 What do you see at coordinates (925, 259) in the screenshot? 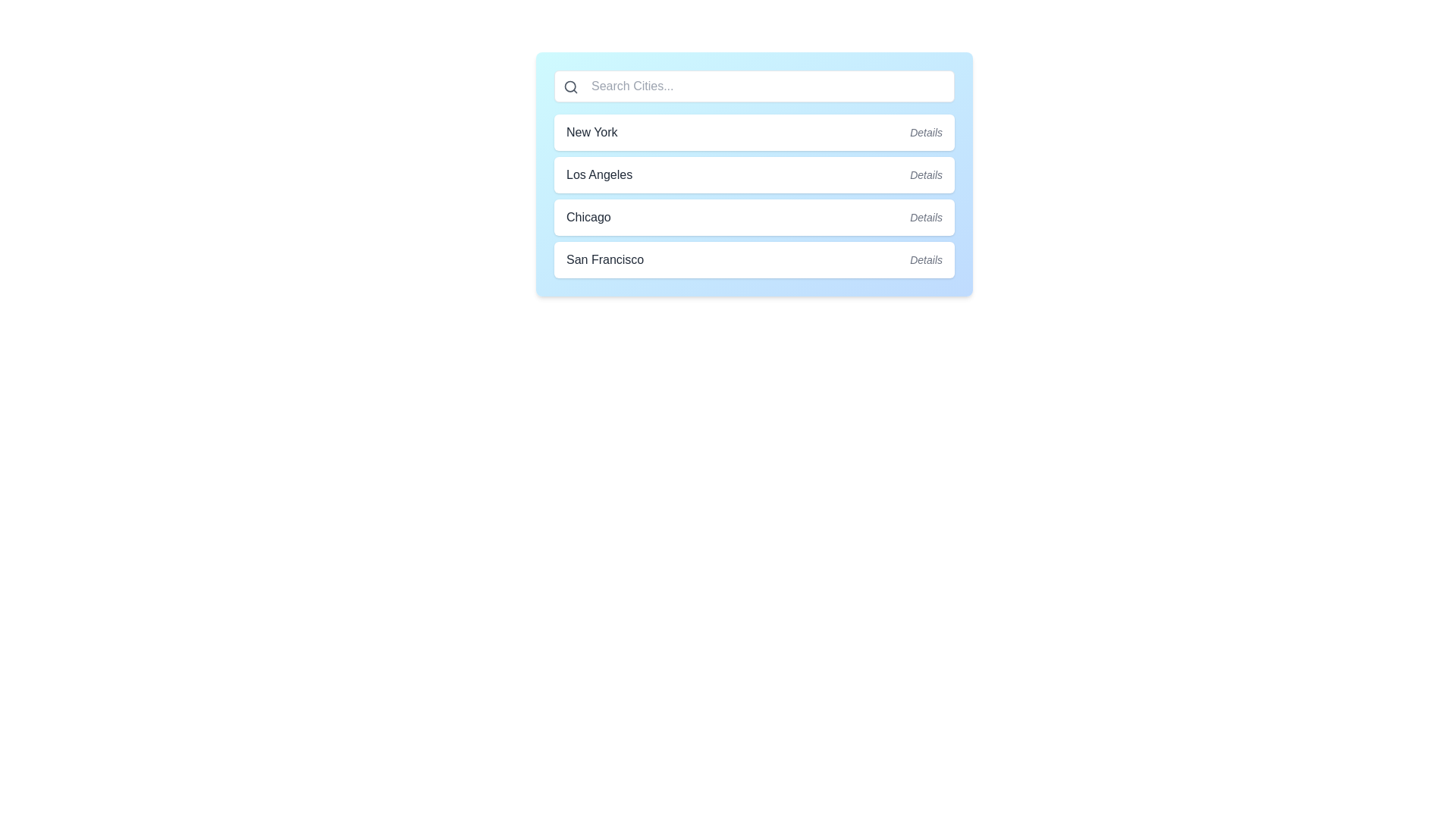
I see `informational text label associated with the 'San Francisco' entry, located at the bottom of the vertical list of similar rows` at bounding box center [925, 259].